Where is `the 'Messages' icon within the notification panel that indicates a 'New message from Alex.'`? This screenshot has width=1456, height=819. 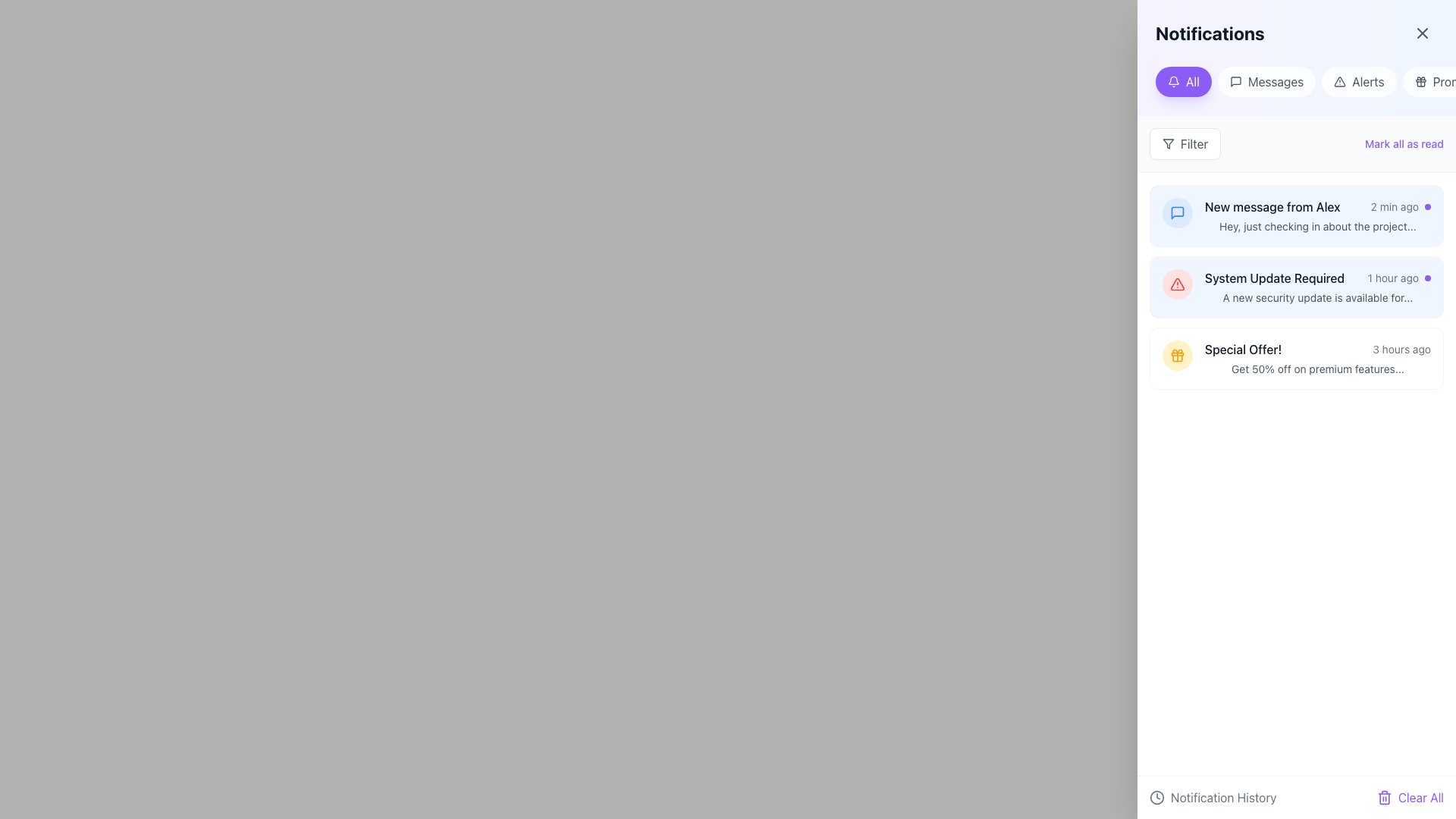
the 'Messages' icon within the notification panel that indicates a 'New message from Alex.' is located at coordinates (1177, 213).